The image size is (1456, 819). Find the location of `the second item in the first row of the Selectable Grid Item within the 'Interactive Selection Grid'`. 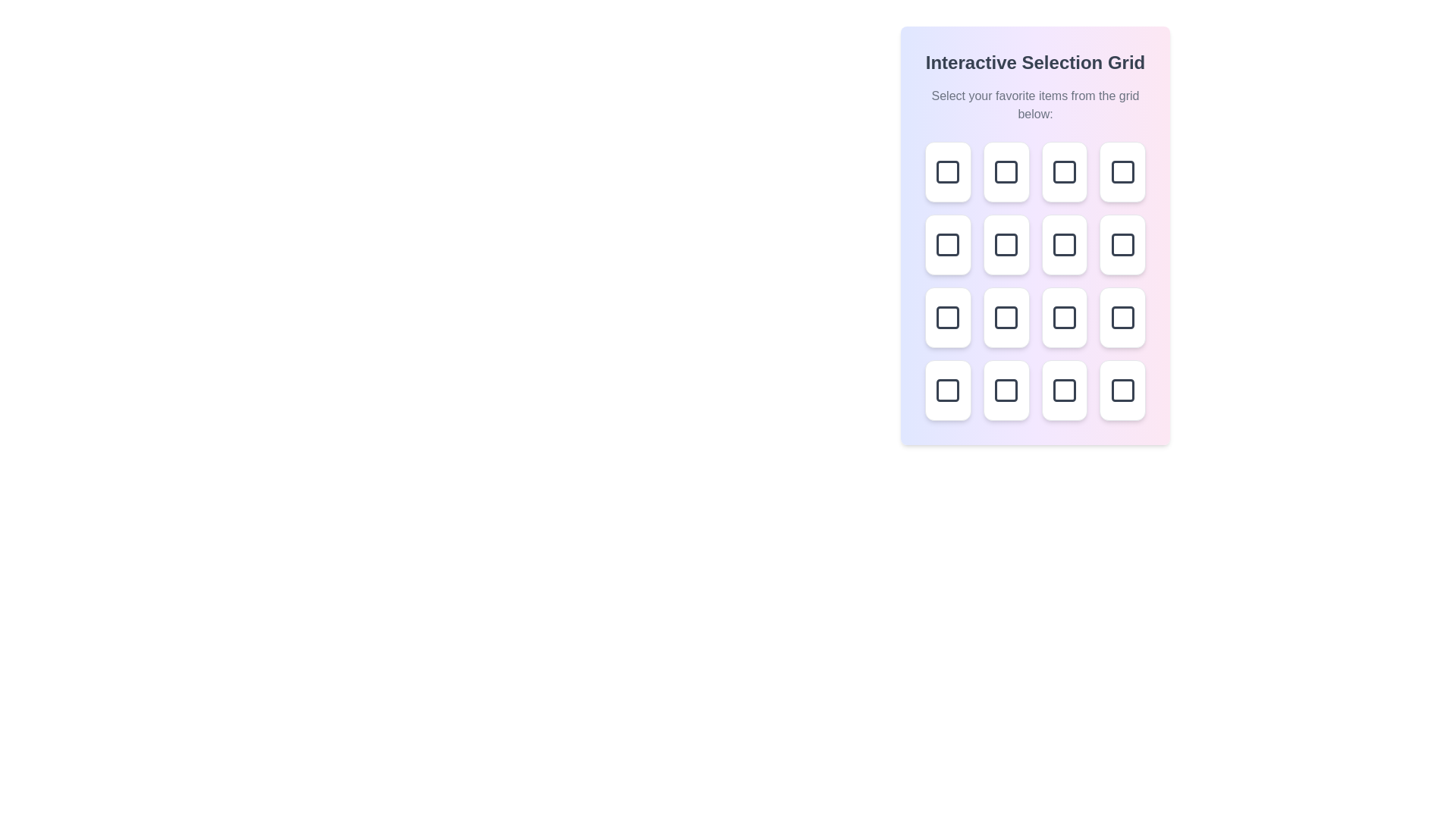

the second item in the first row of the Selectable Grid Item within the 'Interactive Selection Grid' is located at coordinates (1006, 171).